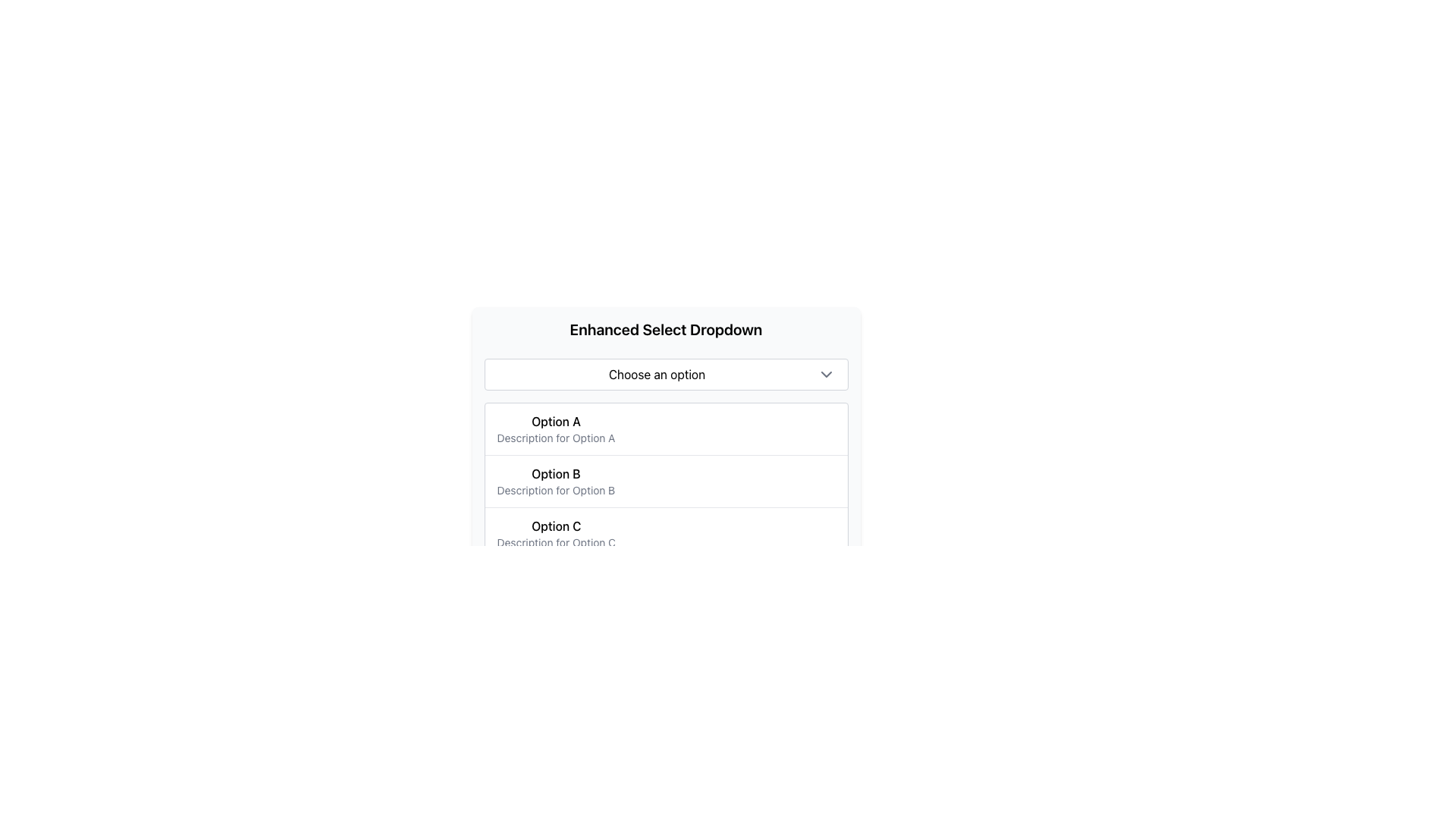  What do you see at coordinates (555, 421) in the screenshot?
I see `the bold-text label displaying 'Option A' located in the first row of the dropdown options, slightly to the left and aligned with other option labels` at bounding box center [555, 421].